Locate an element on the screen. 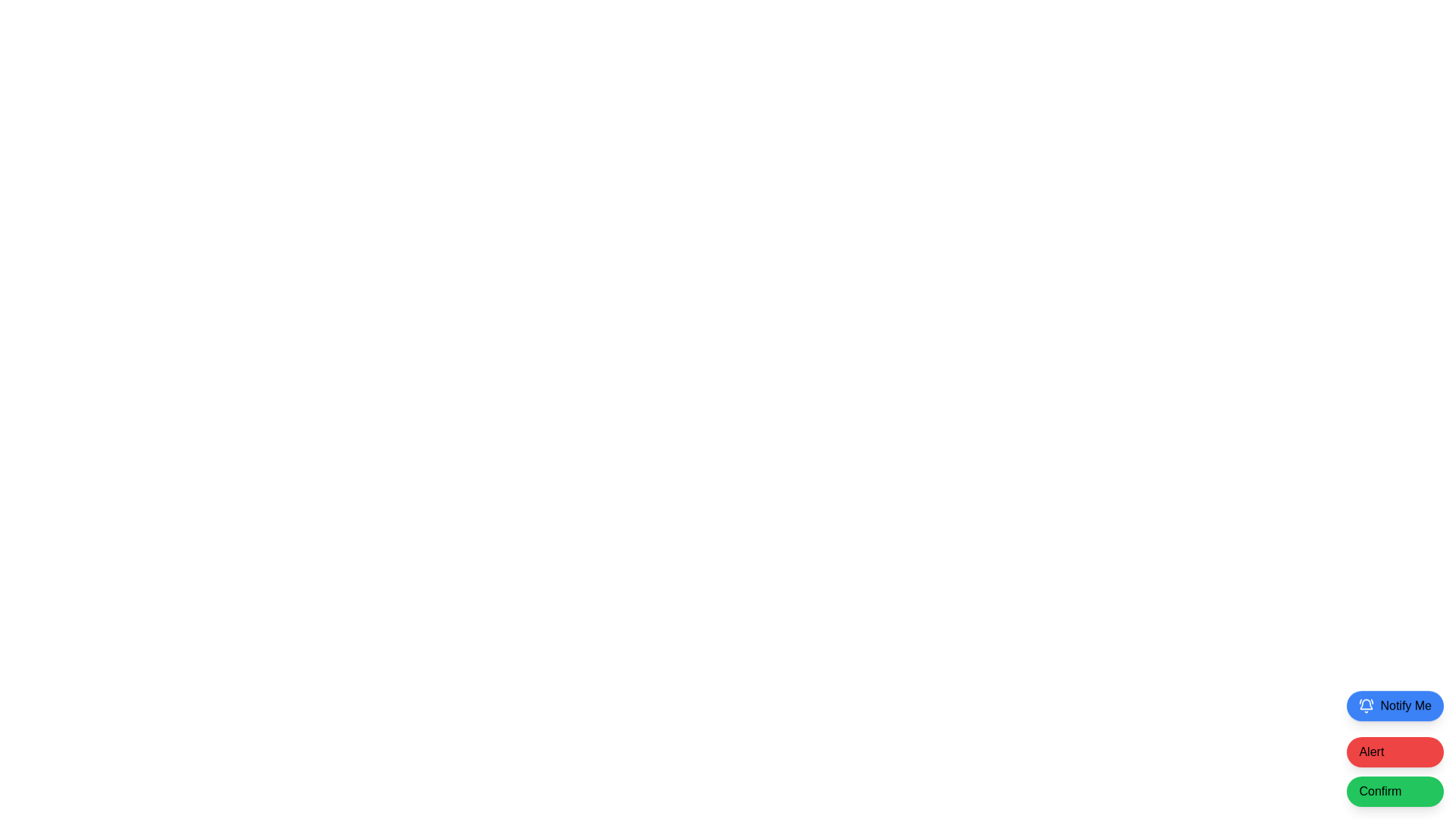 This screenshot has height=819, width=1456. the 'Alert' button, which is the second button in a vertical stack of three buttons located at the bottom right corner of the interface is located at coordinates (1395, 752).